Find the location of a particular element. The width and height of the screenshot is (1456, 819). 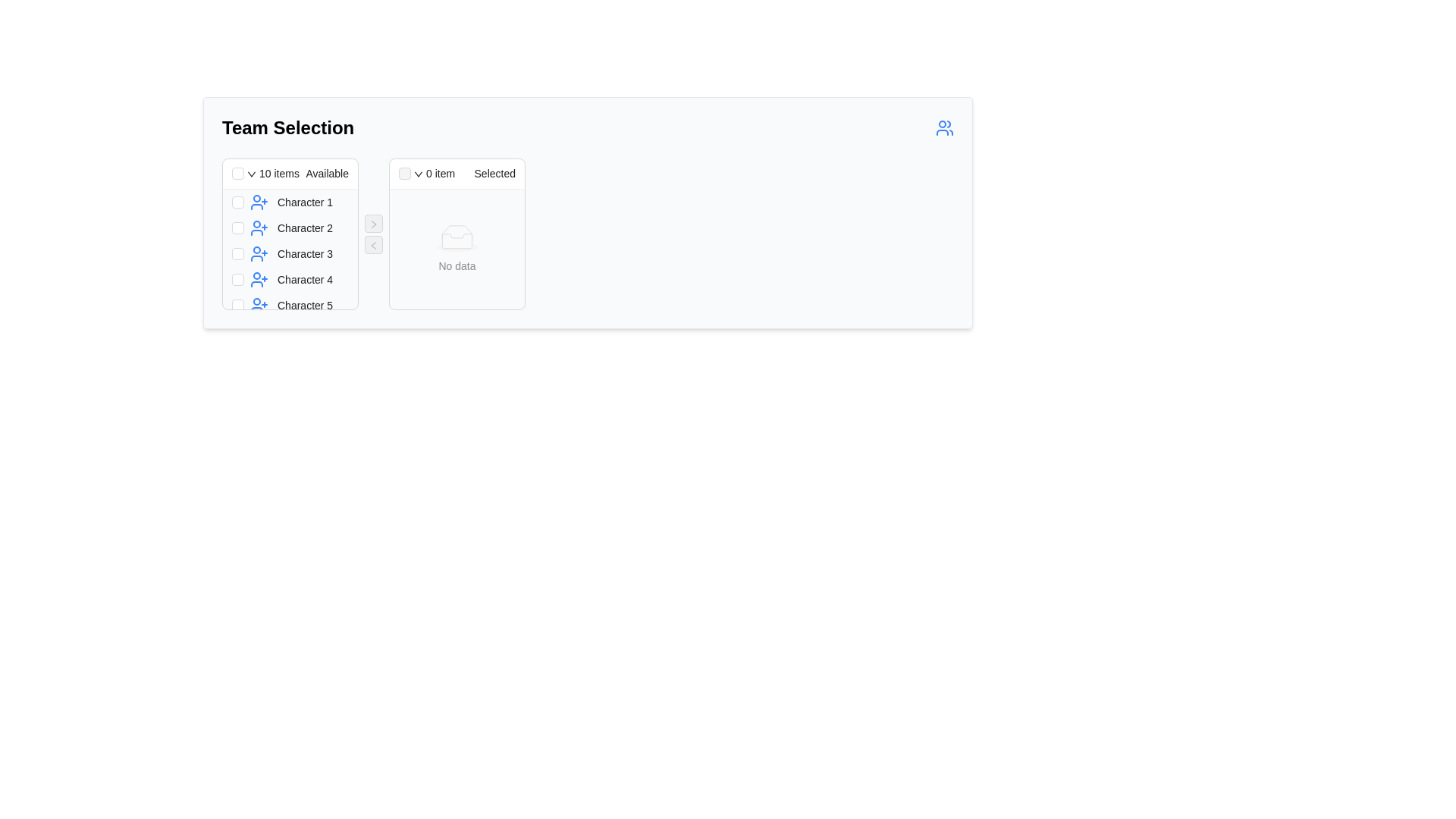

the unique right-facing arrow icon button that transitions items from the 'Available' list to the 'Selected' list in the Team Selection interface is located at coordinates (374, 223).